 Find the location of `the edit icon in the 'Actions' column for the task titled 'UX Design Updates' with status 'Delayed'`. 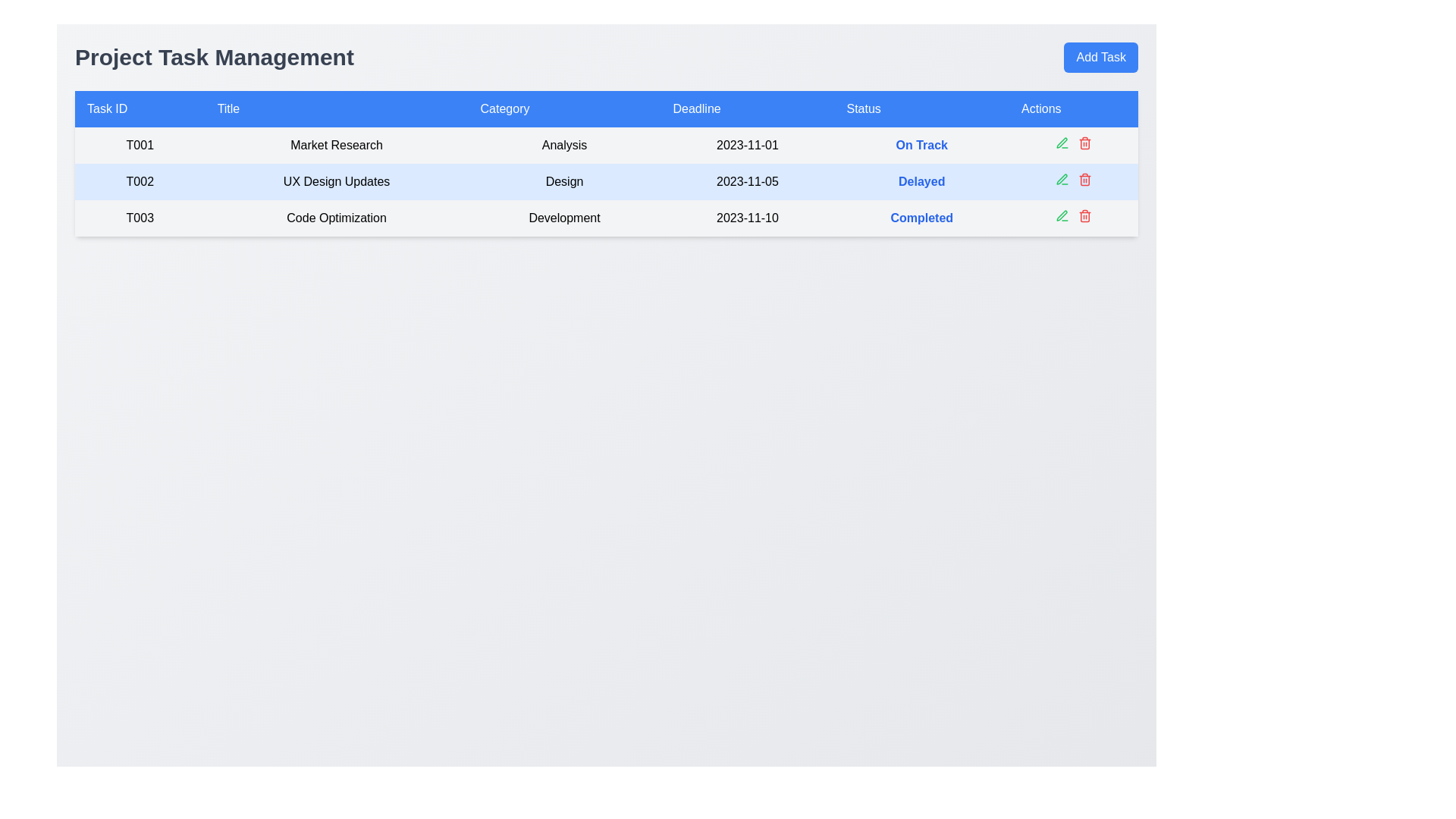

the edit icon in the 'Actions' column for the task titled 'UX Design Updates' with status 'Delayed' is located at coordinates (1062, 143).